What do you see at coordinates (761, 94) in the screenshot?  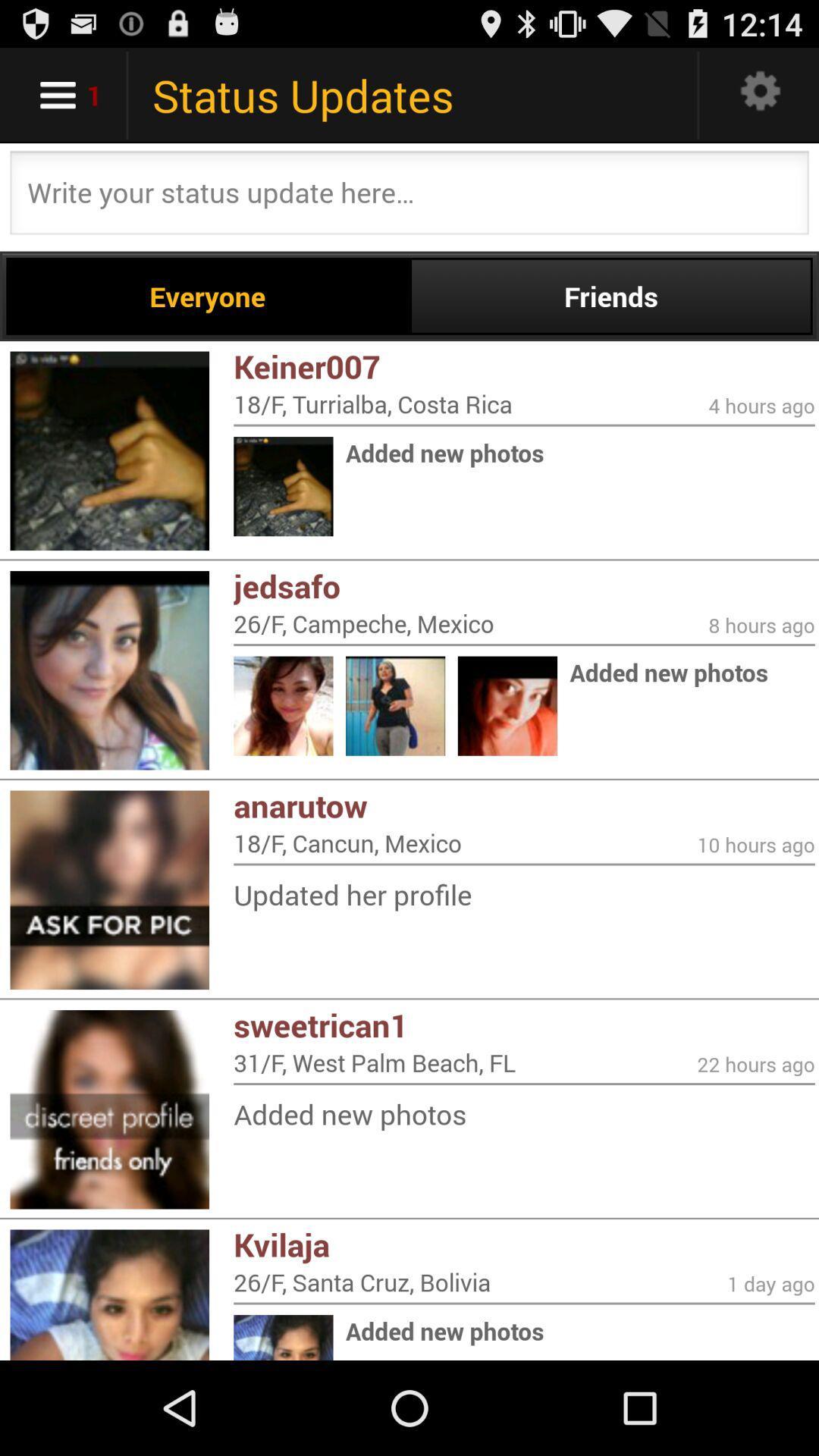 I see `settings` at bounding box center [761, 94].